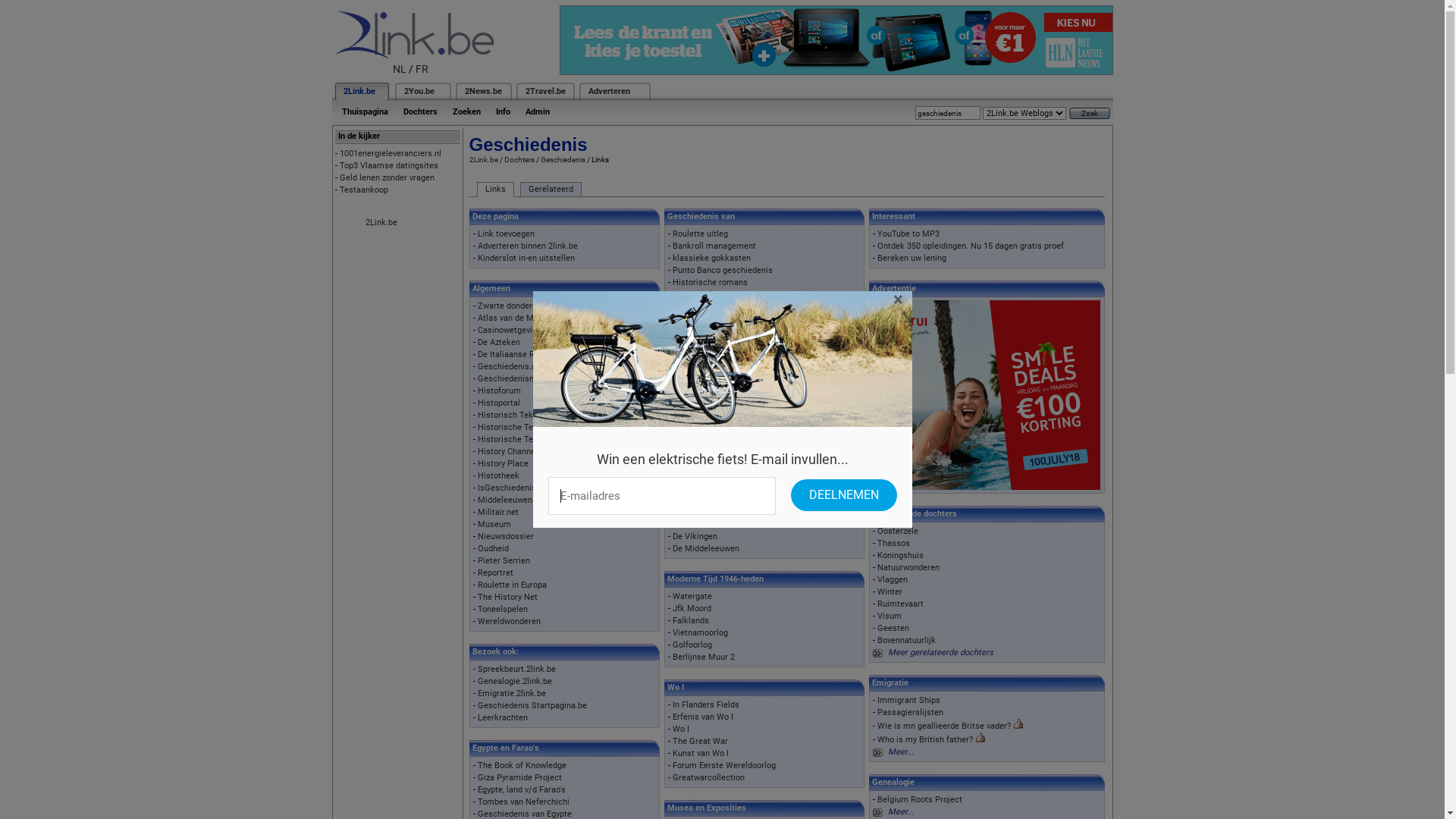 The height and width of the screenshot is (819, 1456). I want to click on 'YouTube to MP3', so click(908, 234).